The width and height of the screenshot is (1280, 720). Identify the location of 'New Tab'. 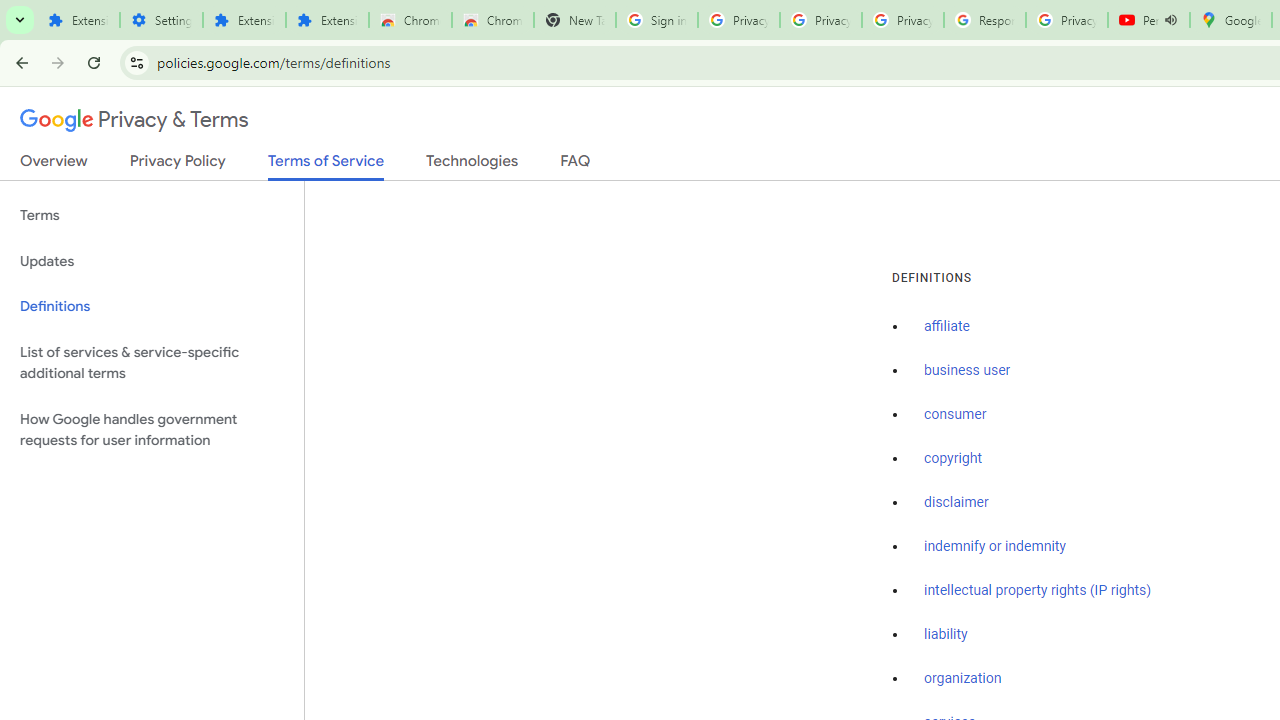
(573, 20).